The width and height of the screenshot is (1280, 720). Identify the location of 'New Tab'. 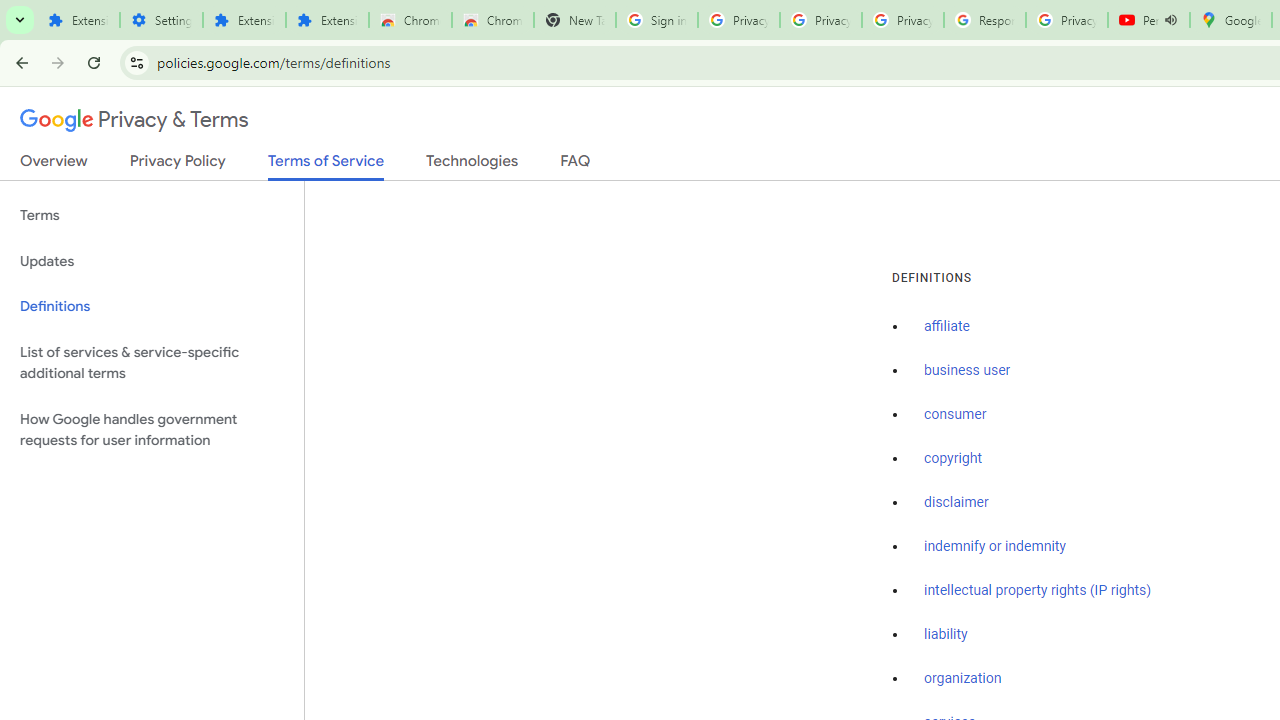
(573, 20).